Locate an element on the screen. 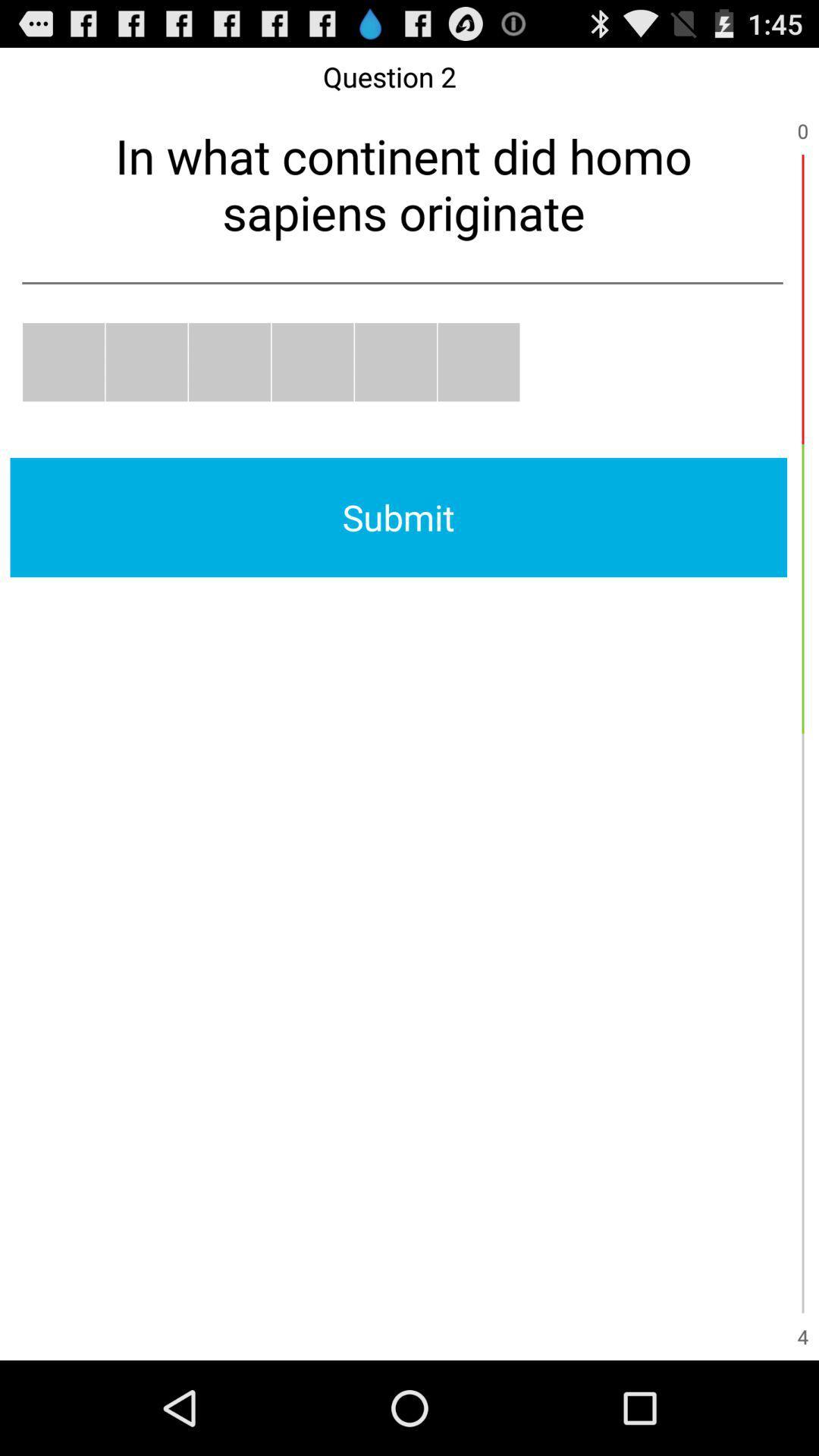 The width and height of the screenshot is (819, 1456). the item above the submit icon is located at coordinates (394, 361).